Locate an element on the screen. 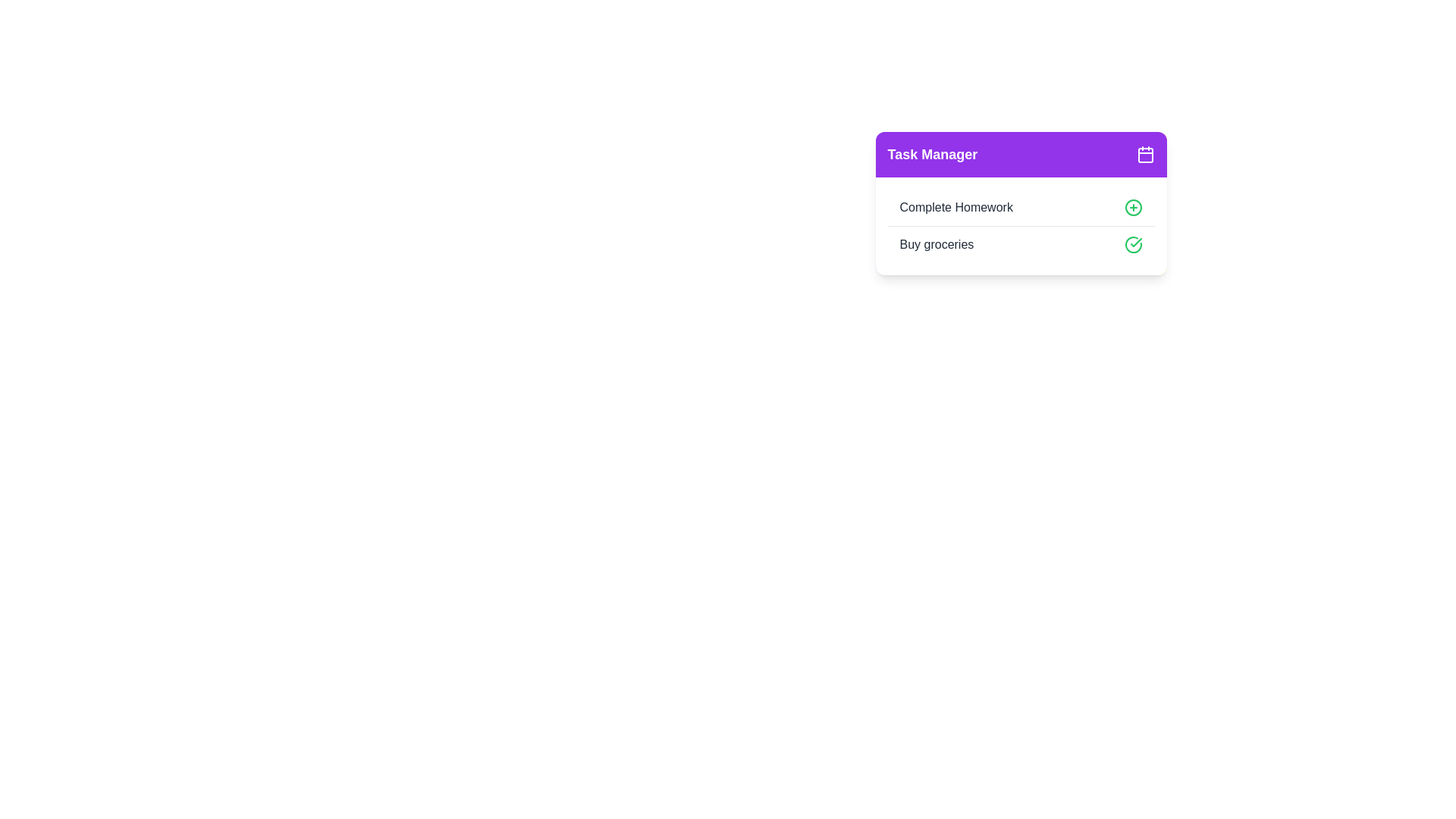 The width and height of the screenshot is (1456, 819). the Status icon indicating the completion of the 'Buy groceries' task, located at the far-right side of the corresponding row is located at coordinates (1133, 244).